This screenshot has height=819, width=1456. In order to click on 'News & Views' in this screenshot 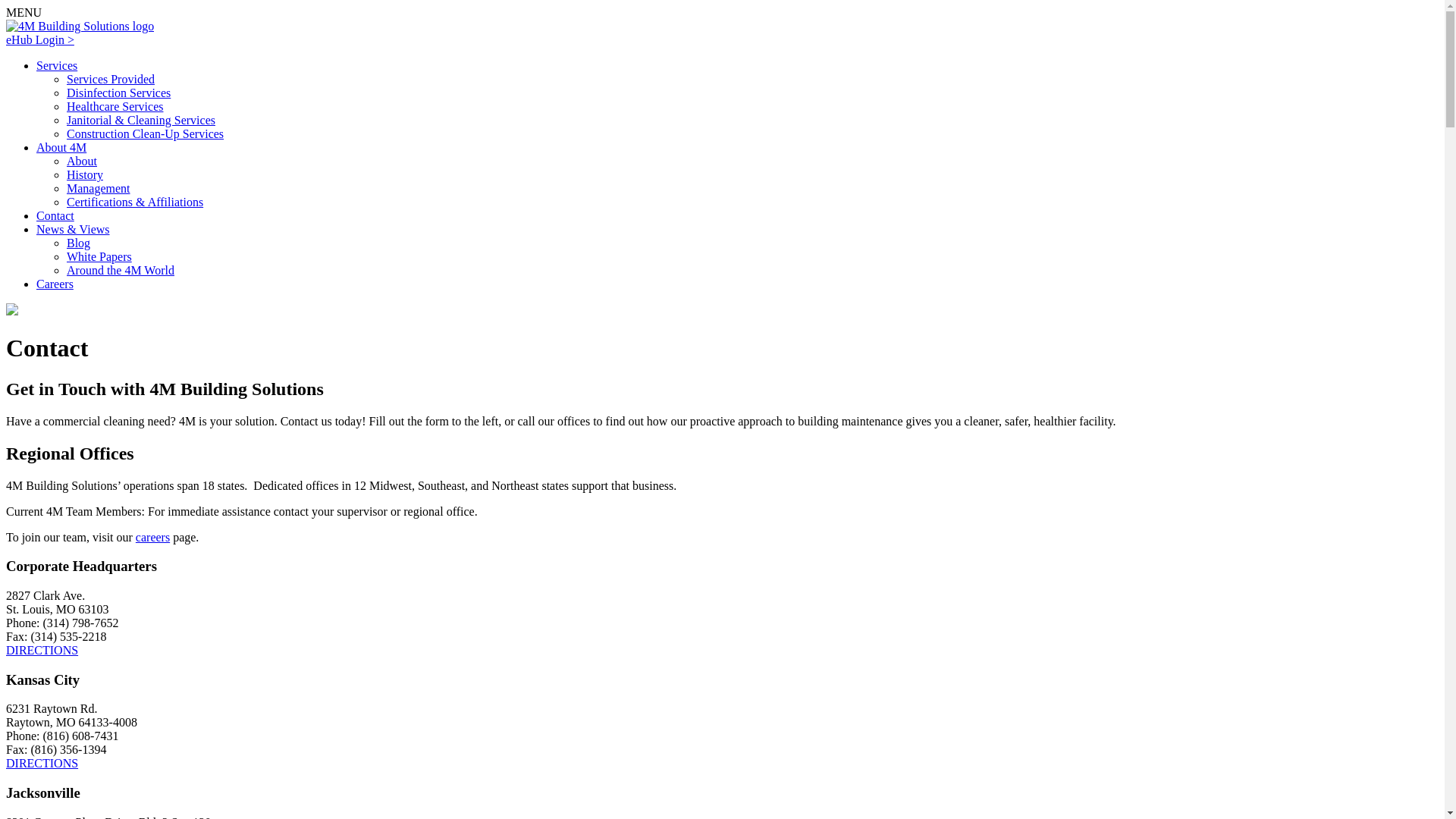, I will do `click(72, 229)`.